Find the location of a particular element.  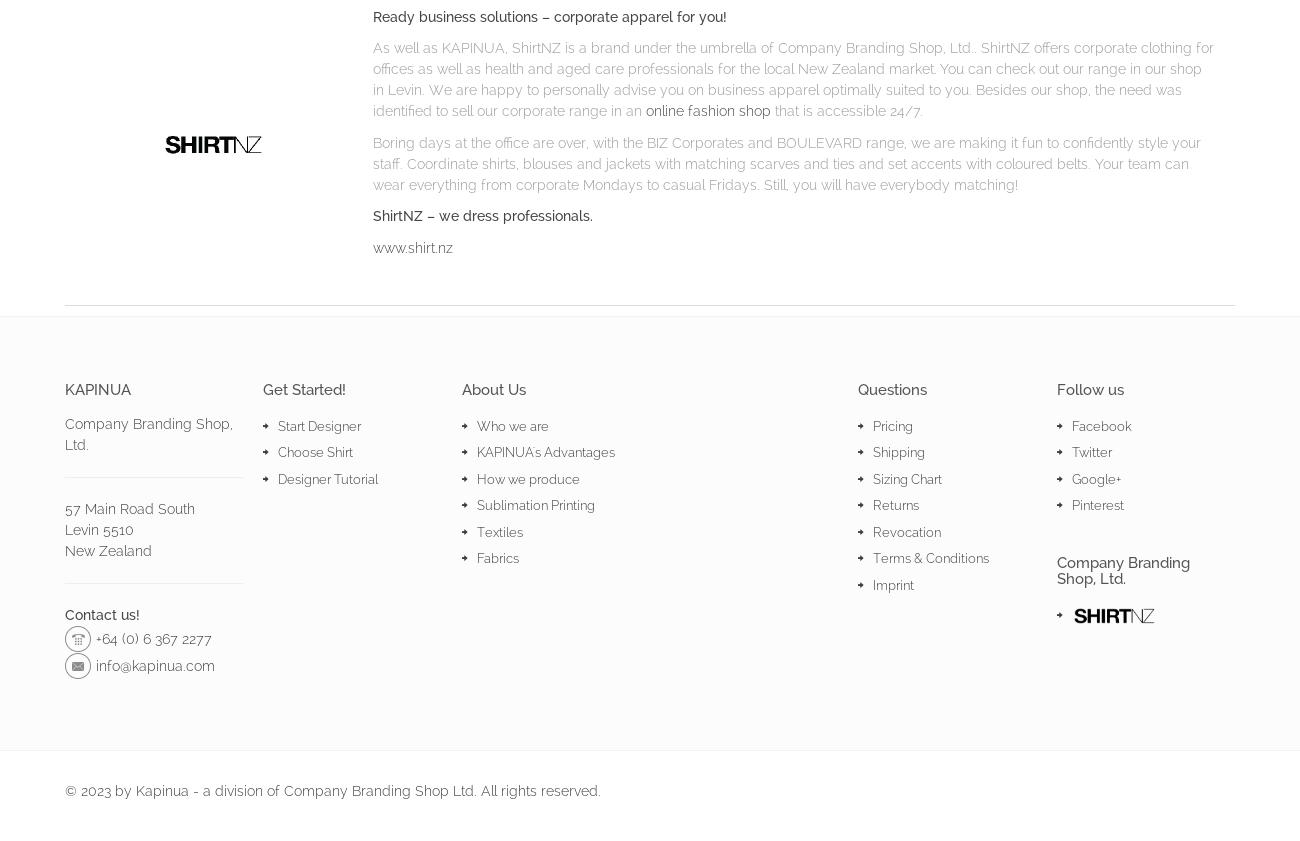

'Choose Shirt' is located at coordinates (315, 452).